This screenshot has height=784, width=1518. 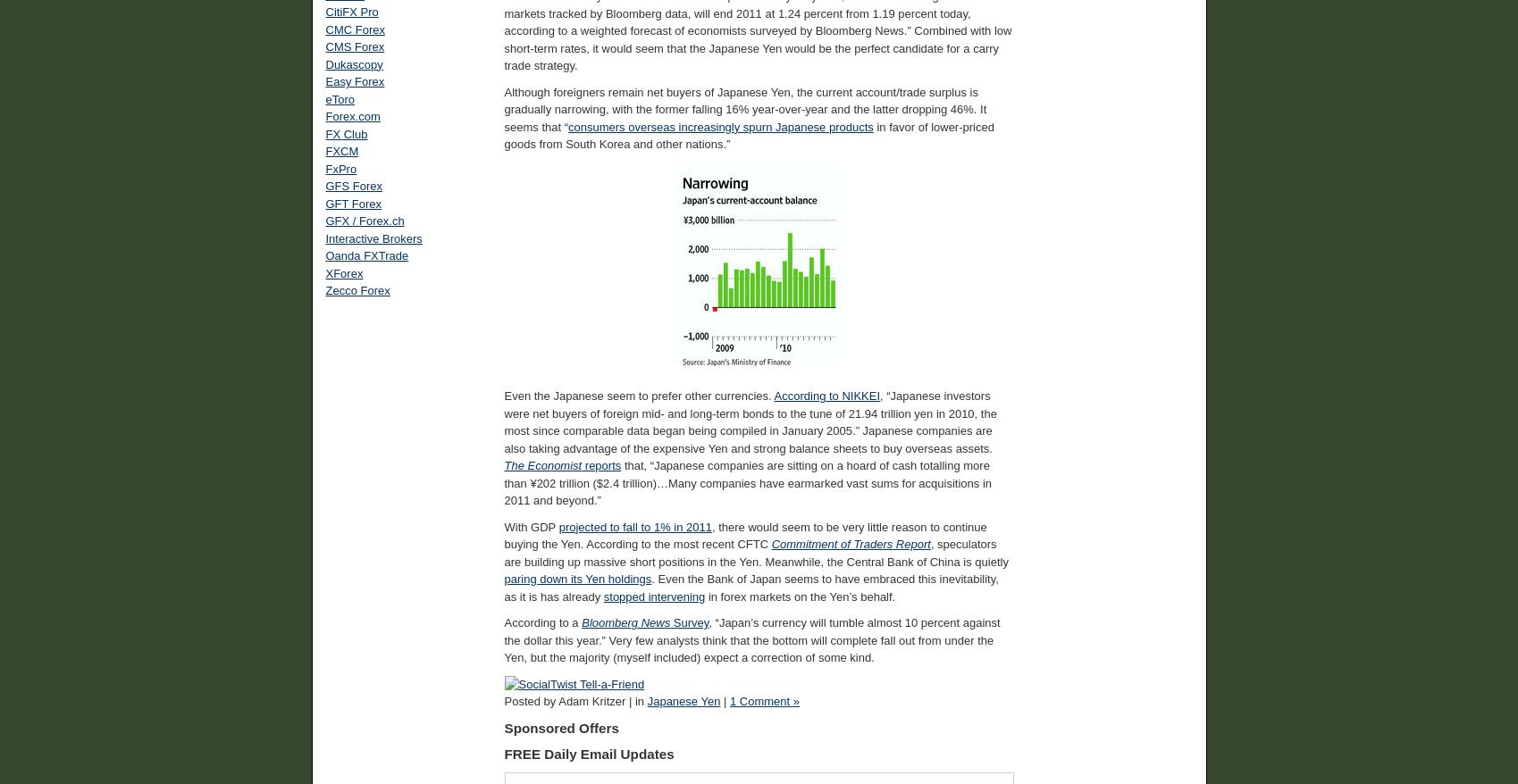 What do you see at coordinates (745, 108) in the screenshot?
I see `'Although foreigners remain net buyers of Japanese Yen, the current account/trade surplus is gradually narrowing, with the former falling 16% year-over-year and the latter dropping 46%. It seems that “'` at bounding box center [745, 108].